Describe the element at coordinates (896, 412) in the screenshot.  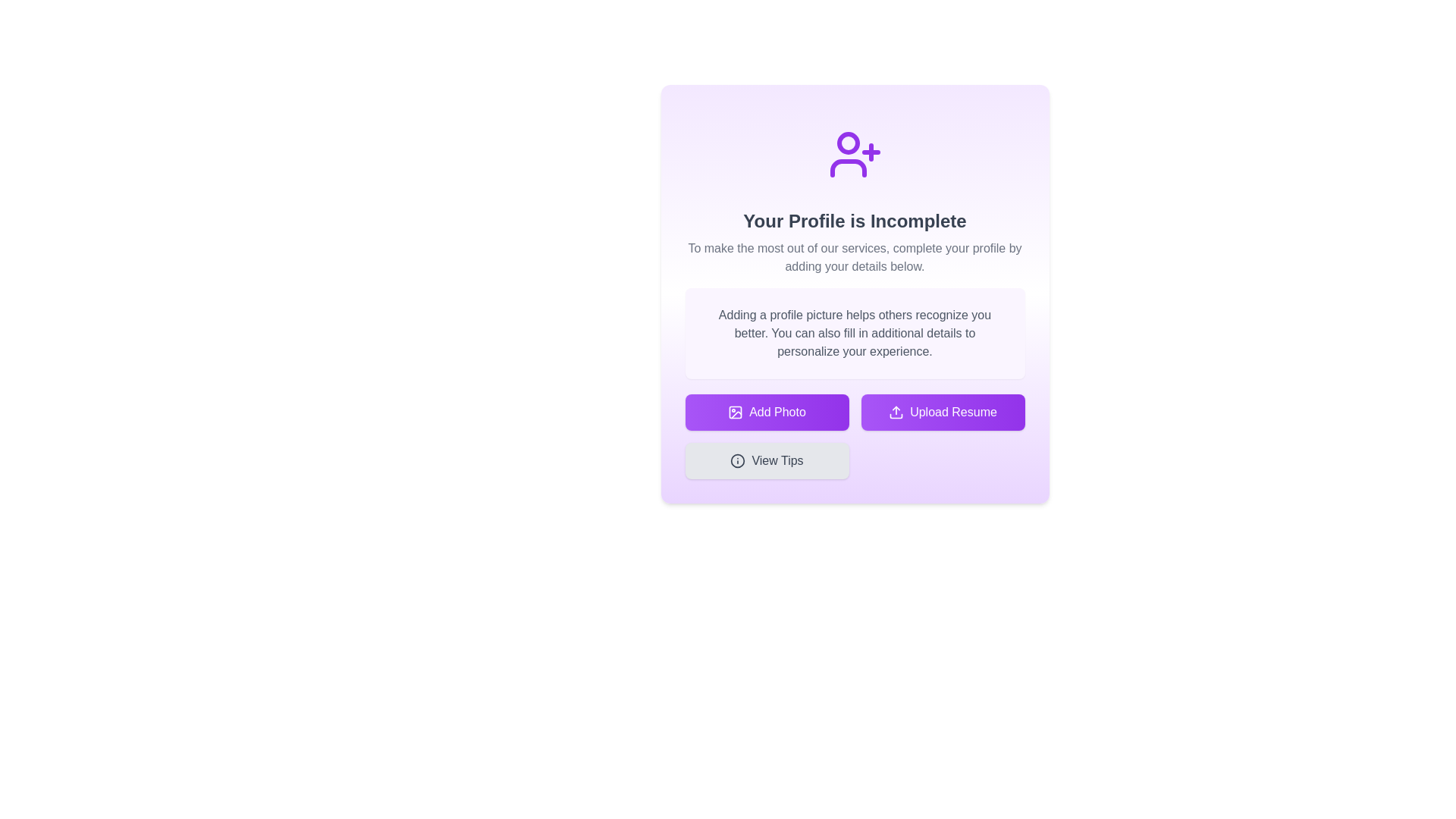
I see `the 'Upload' icon located to the left of the 'Upload Resume' label, which signifies the 'Upload' action` at that location.